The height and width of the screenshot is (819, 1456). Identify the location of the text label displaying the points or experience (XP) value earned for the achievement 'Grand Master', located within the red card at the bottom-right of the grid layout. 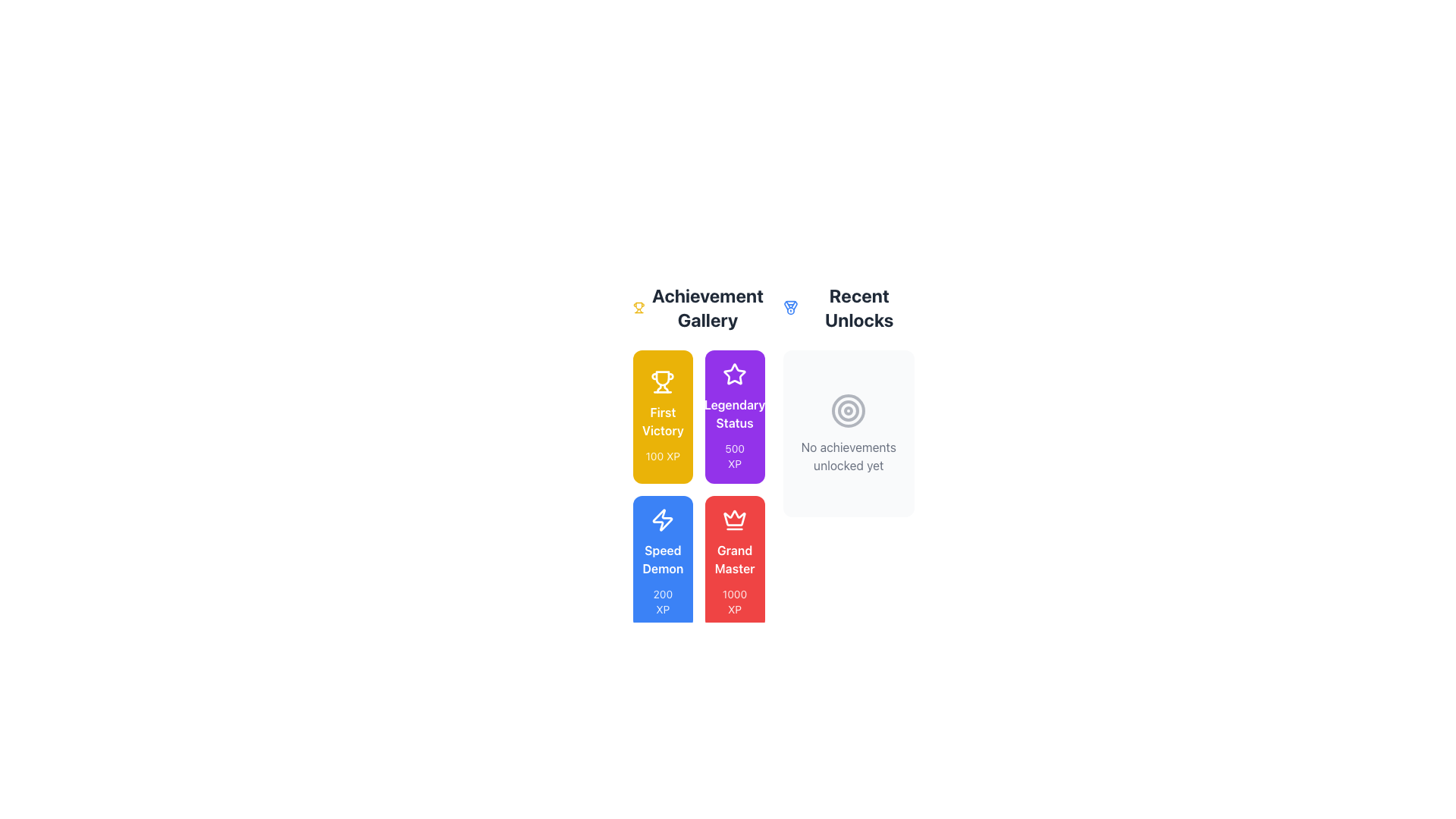
(735, 601).